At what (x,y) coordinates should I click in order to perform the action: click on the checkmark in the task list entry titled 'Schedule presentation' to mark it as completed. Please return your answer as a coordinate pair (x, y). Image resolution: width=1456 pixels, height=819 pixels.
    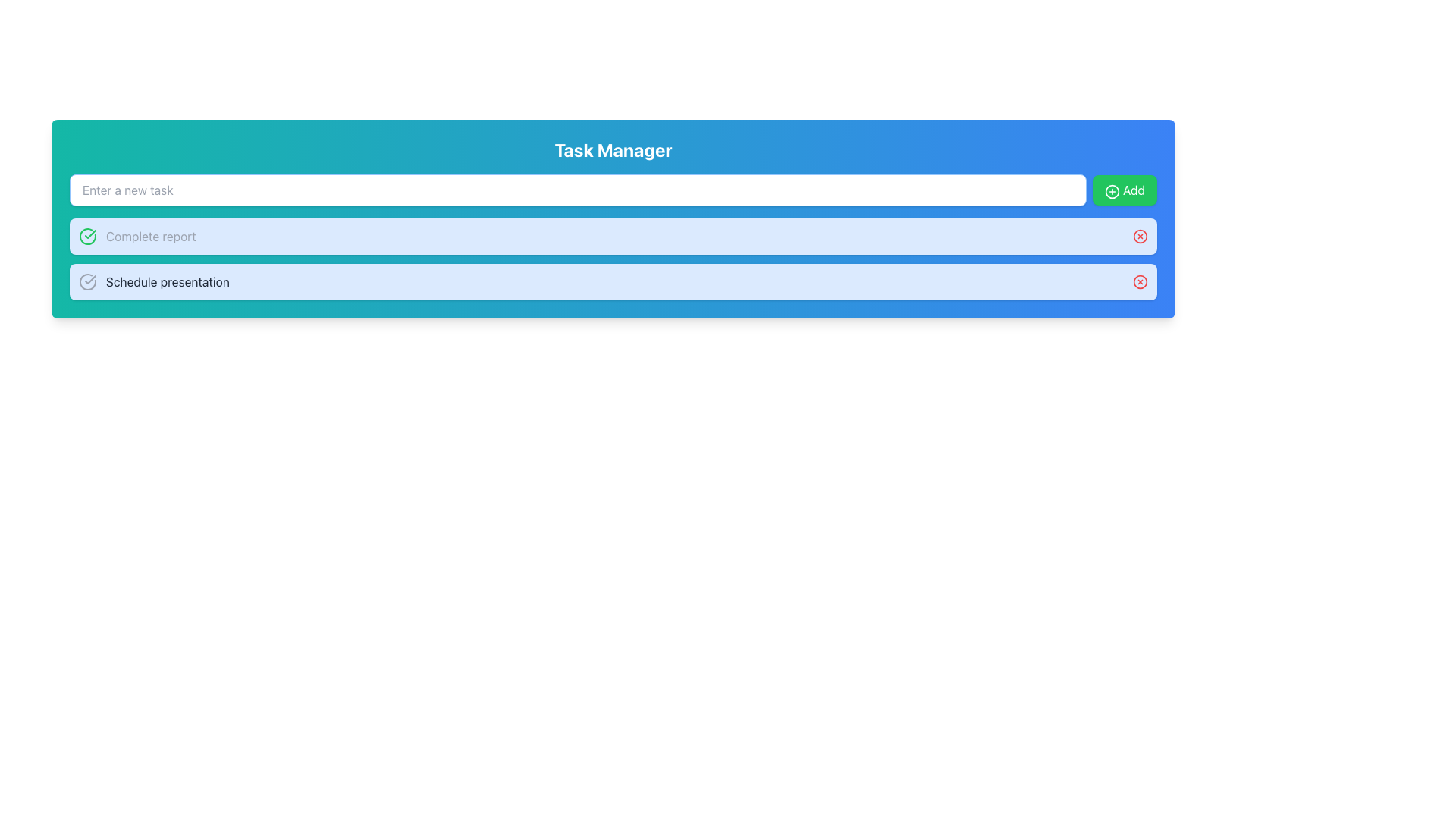
    Looking at the image, I should click on (613, 281).